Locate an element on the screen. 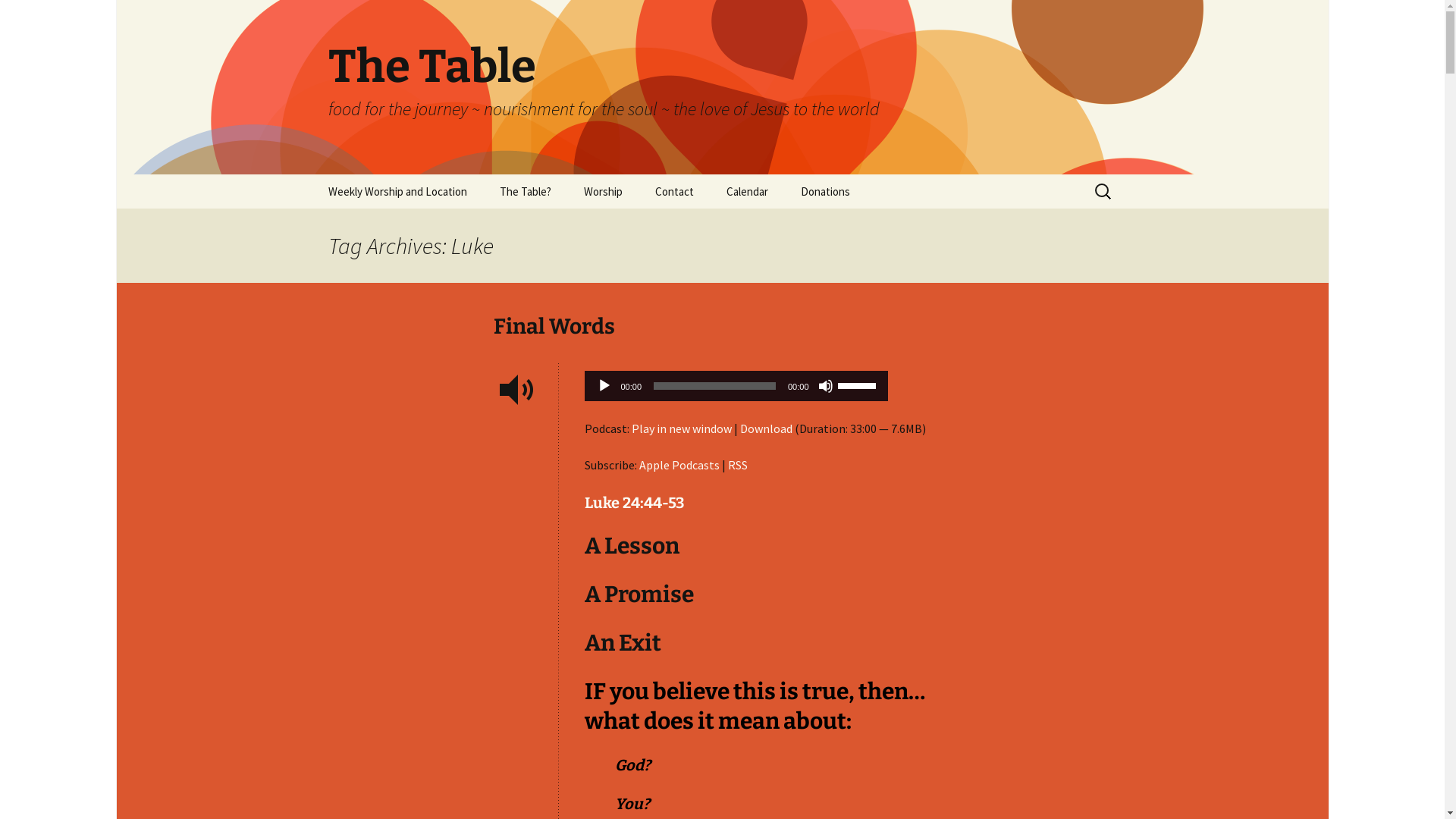 The height and width of the screenshot is (819, 1456). 'Contact' is located at coordinates (640, 190).